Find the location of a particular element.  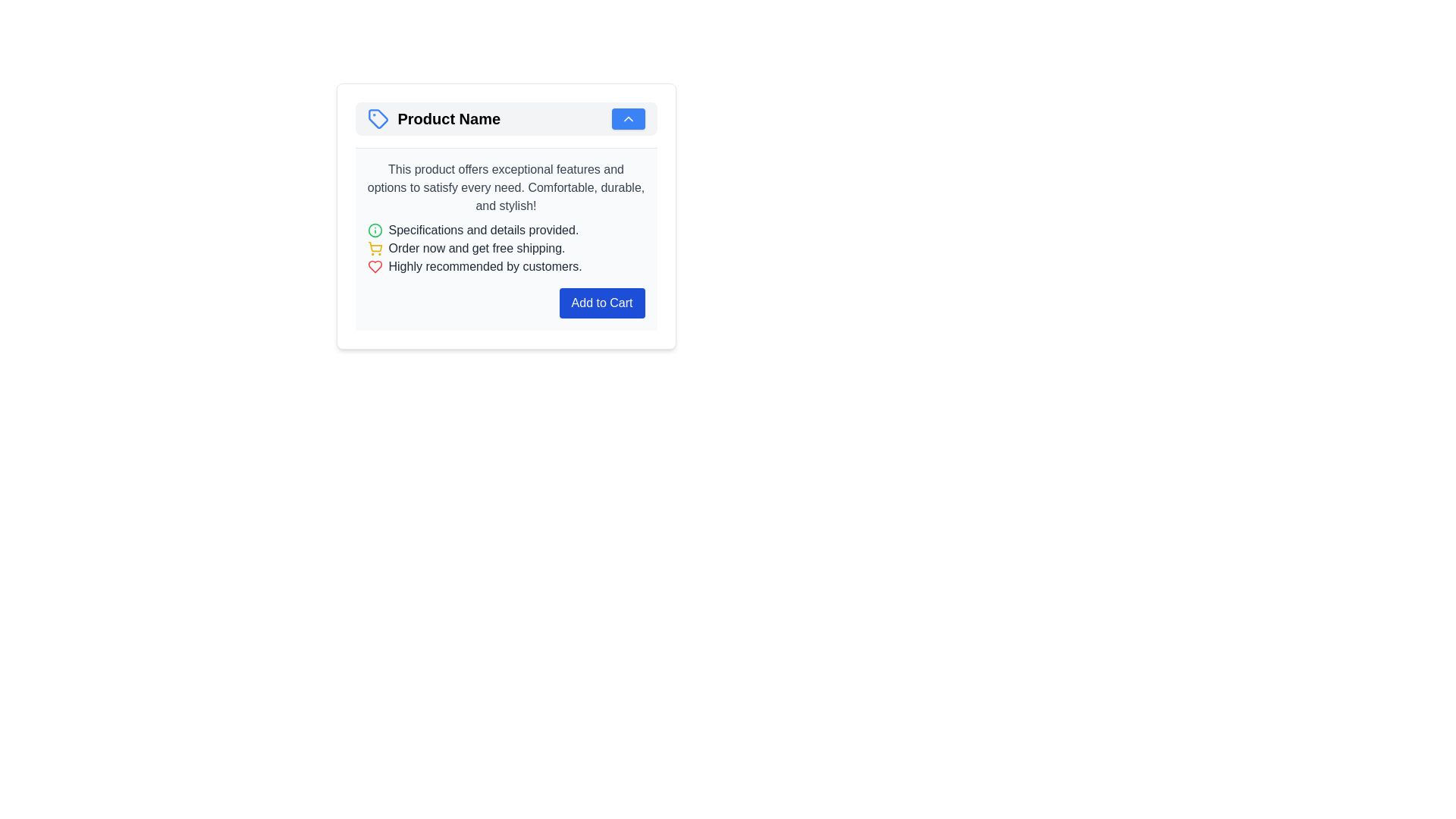

the circular icon with a green border and teal inner fill displaying an 'i' symbol, located before the text 'Specifications and details provided.' is located at coordinates (375, 231).